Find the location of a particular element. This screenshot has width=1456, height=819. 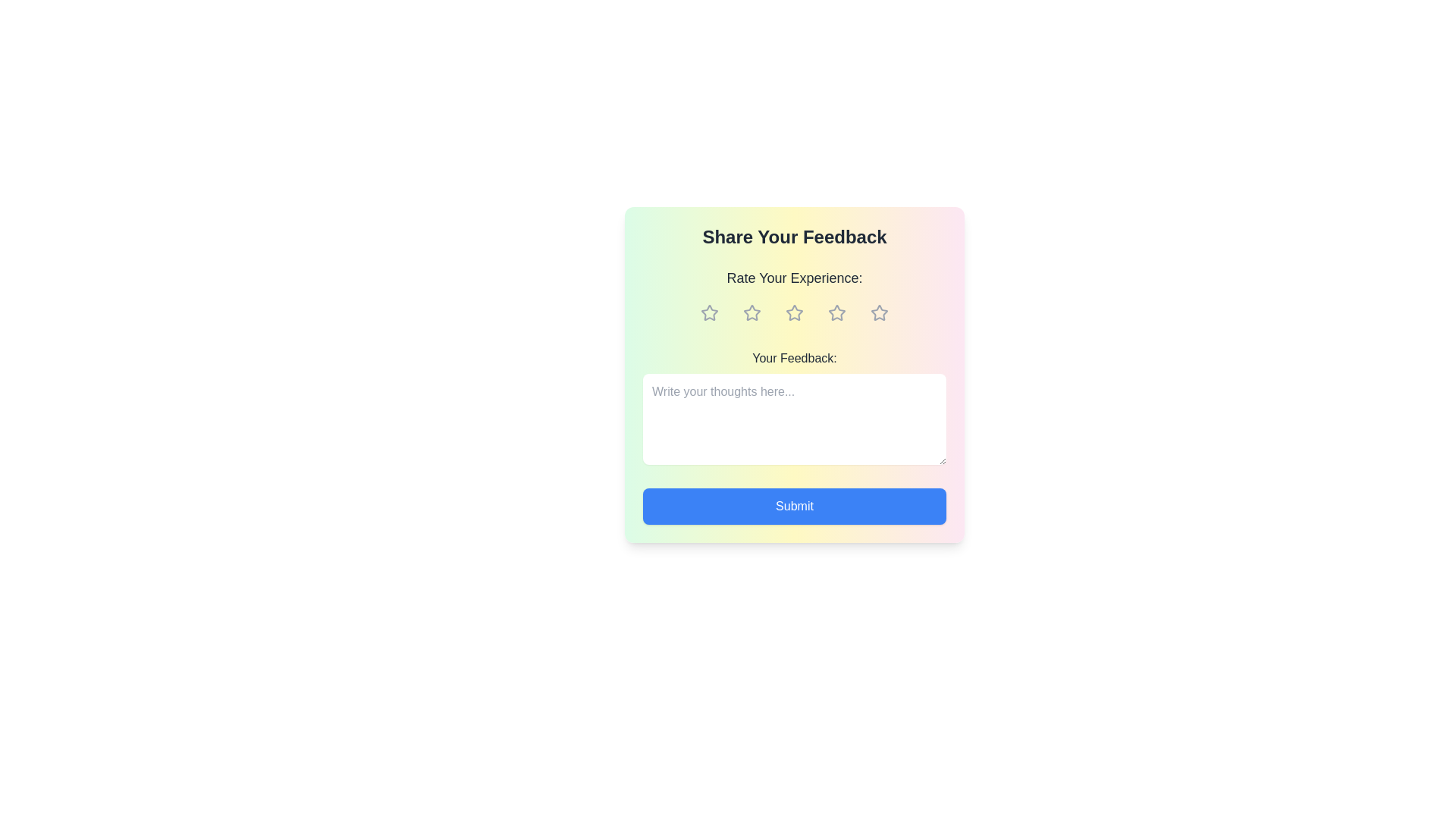

the second star icon from the left, which is a star-shaped icon with gray outlines is located at coordinates (752, 312).